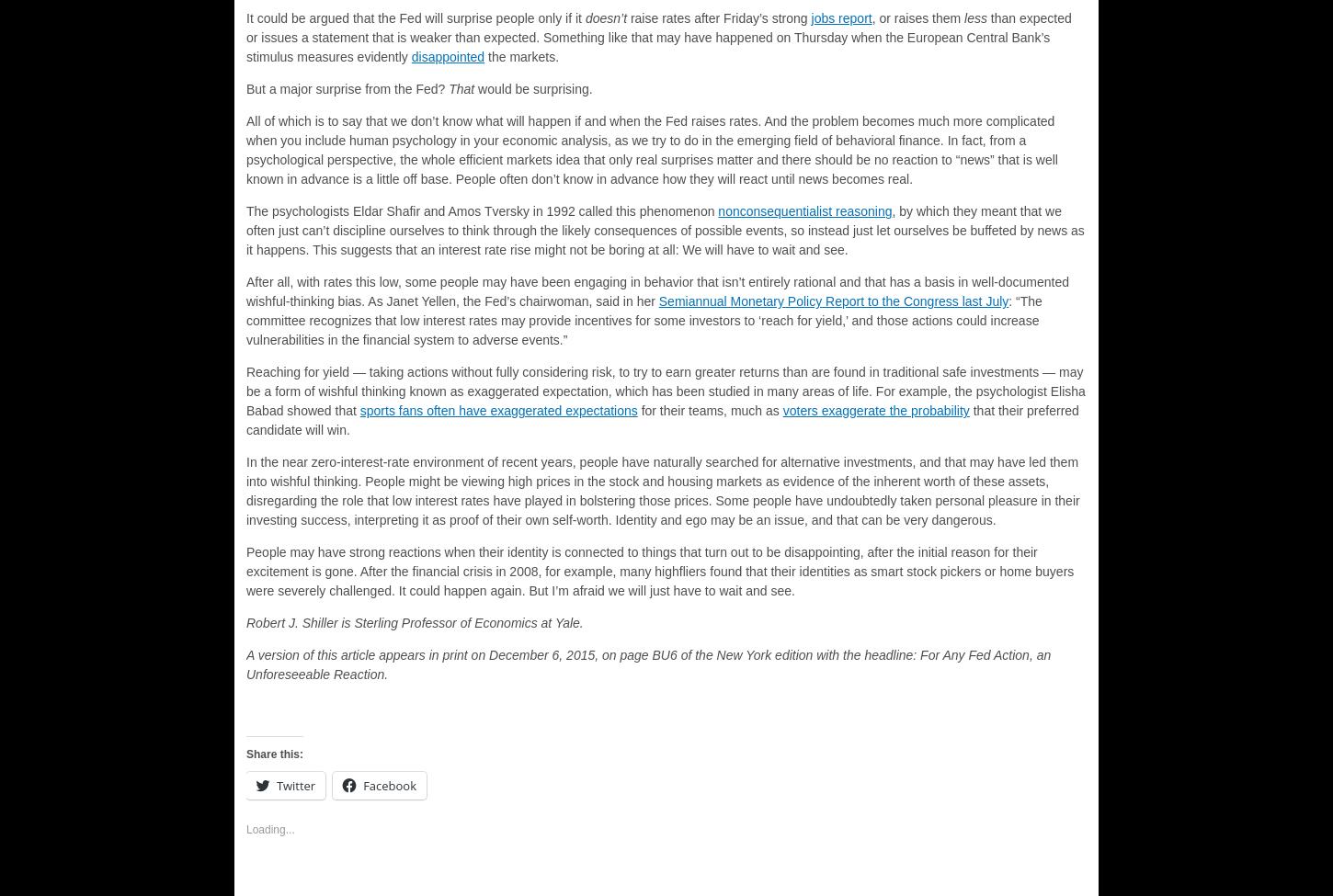 The width and height of the screenshot is (1333, 896). What do you see at coordinates (413, 623) in the screenshot?
I see `'Robert J. Shiller is Sterling Professor of Economics at Yale.'` at bounding box center [413, 623].